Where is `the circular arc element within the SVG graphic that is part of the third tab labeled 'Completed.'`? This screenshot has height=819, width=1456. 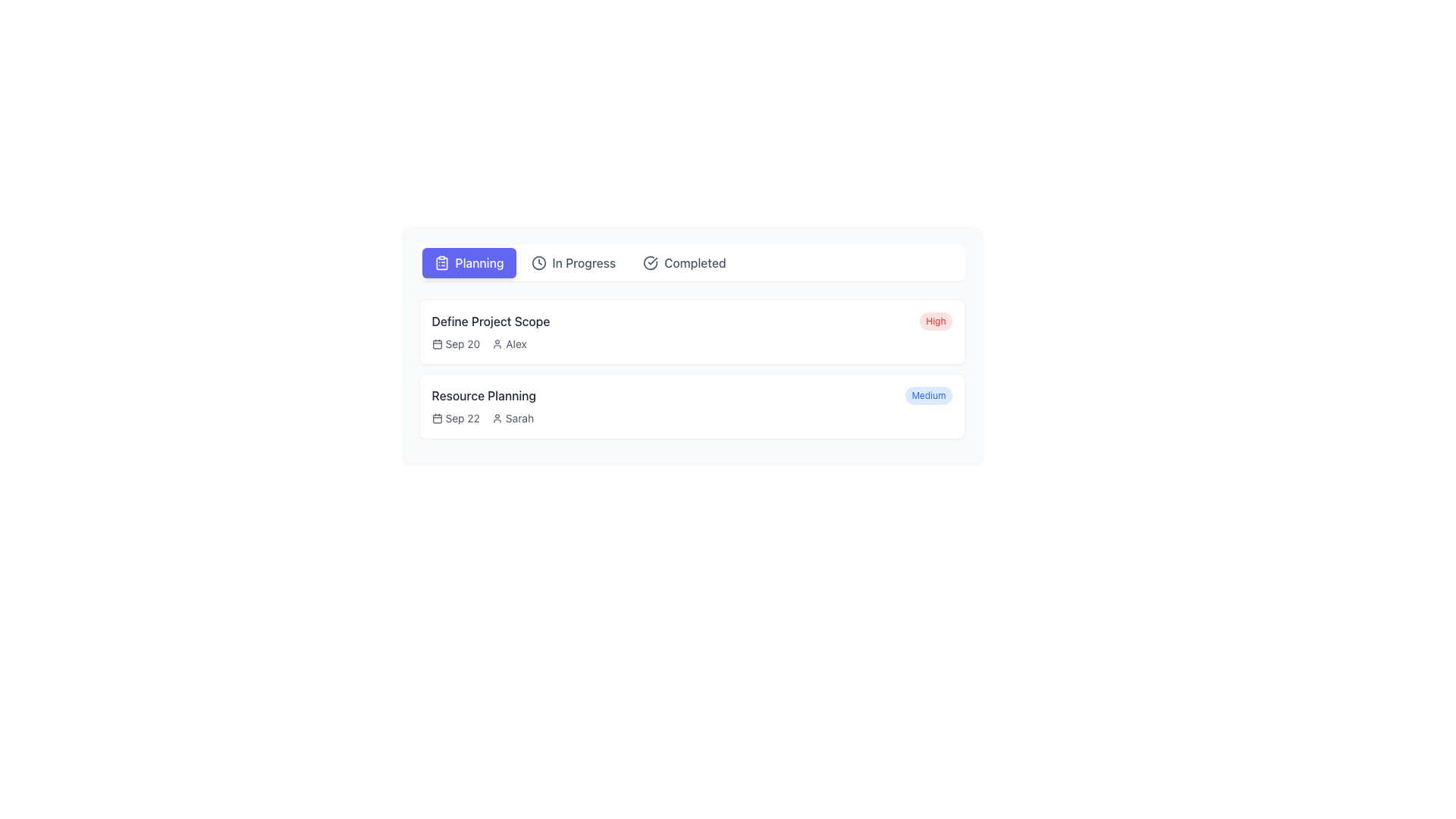
the circular arc element within the SVG graphic that is part of the third tab labeled 'Completed.' is located at coordinates (651, 262).